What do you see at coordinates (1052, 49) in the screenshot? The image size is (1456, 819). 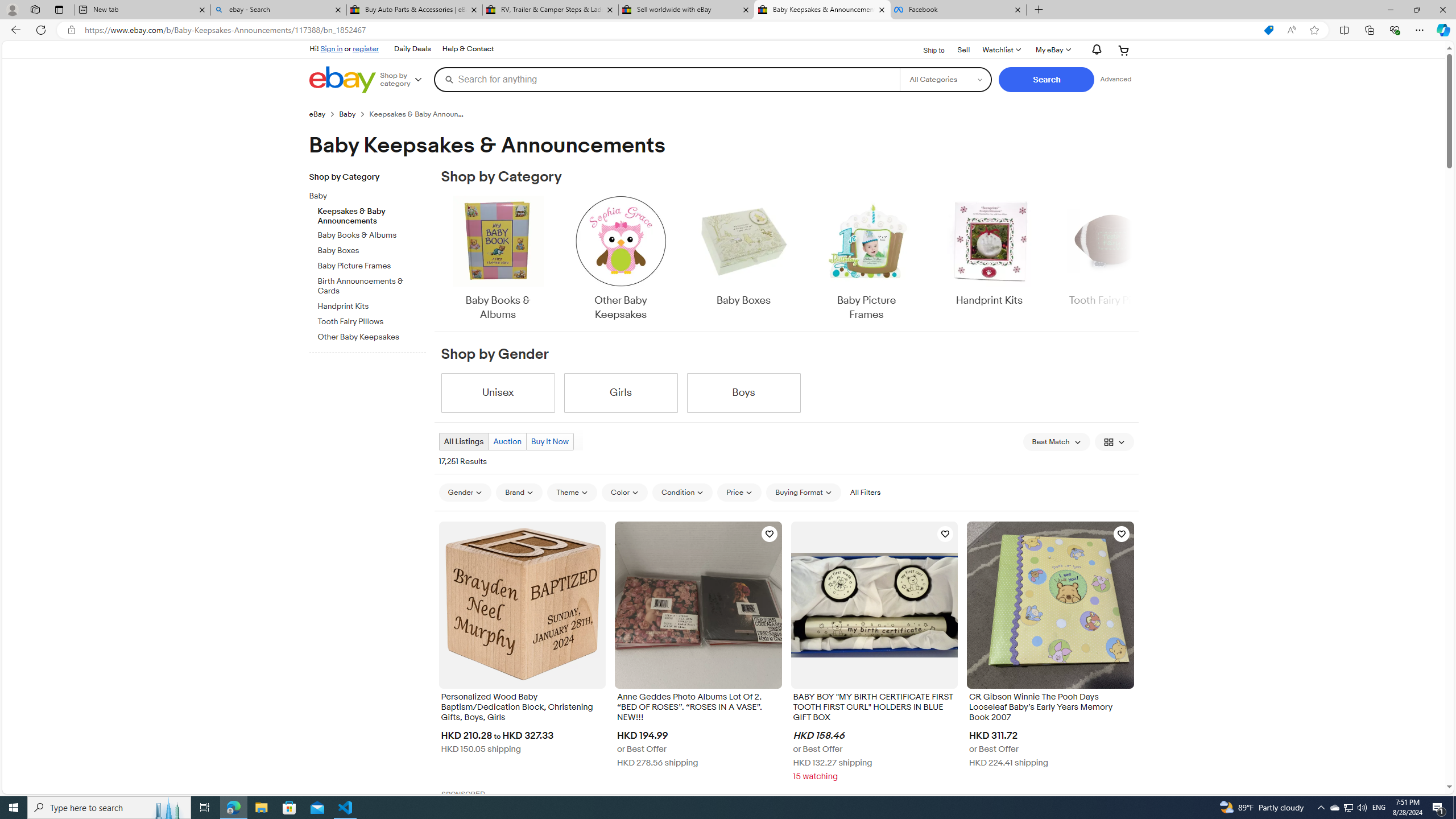 I see `'My eBay'` at bounding box center [1052, 49].